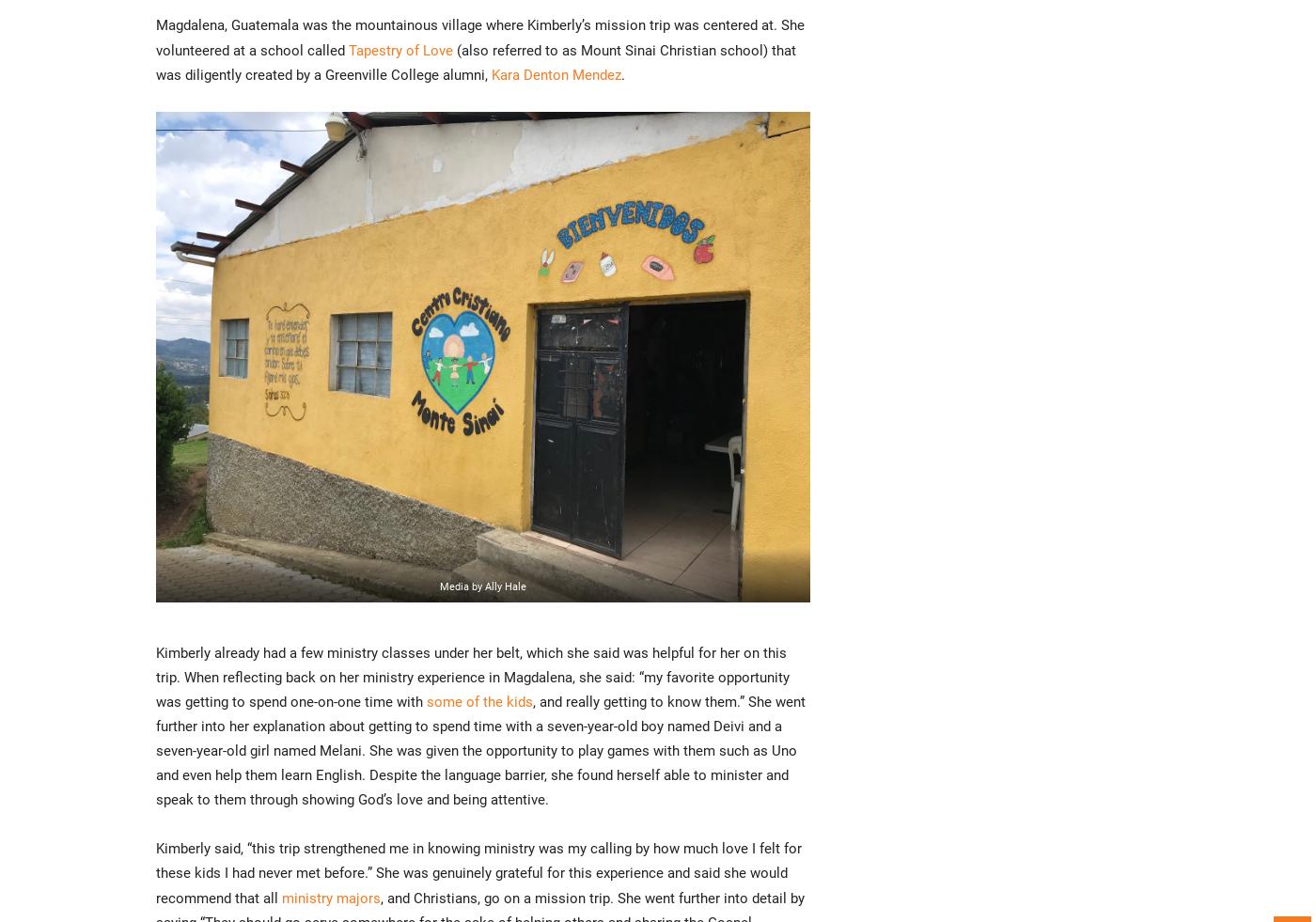 The height and width of the screenshot is (922, 1316). What do you see at coordinates (282, 898) in the screenshot?
I see `'ministry majors'` at bounding box center [282, 898].